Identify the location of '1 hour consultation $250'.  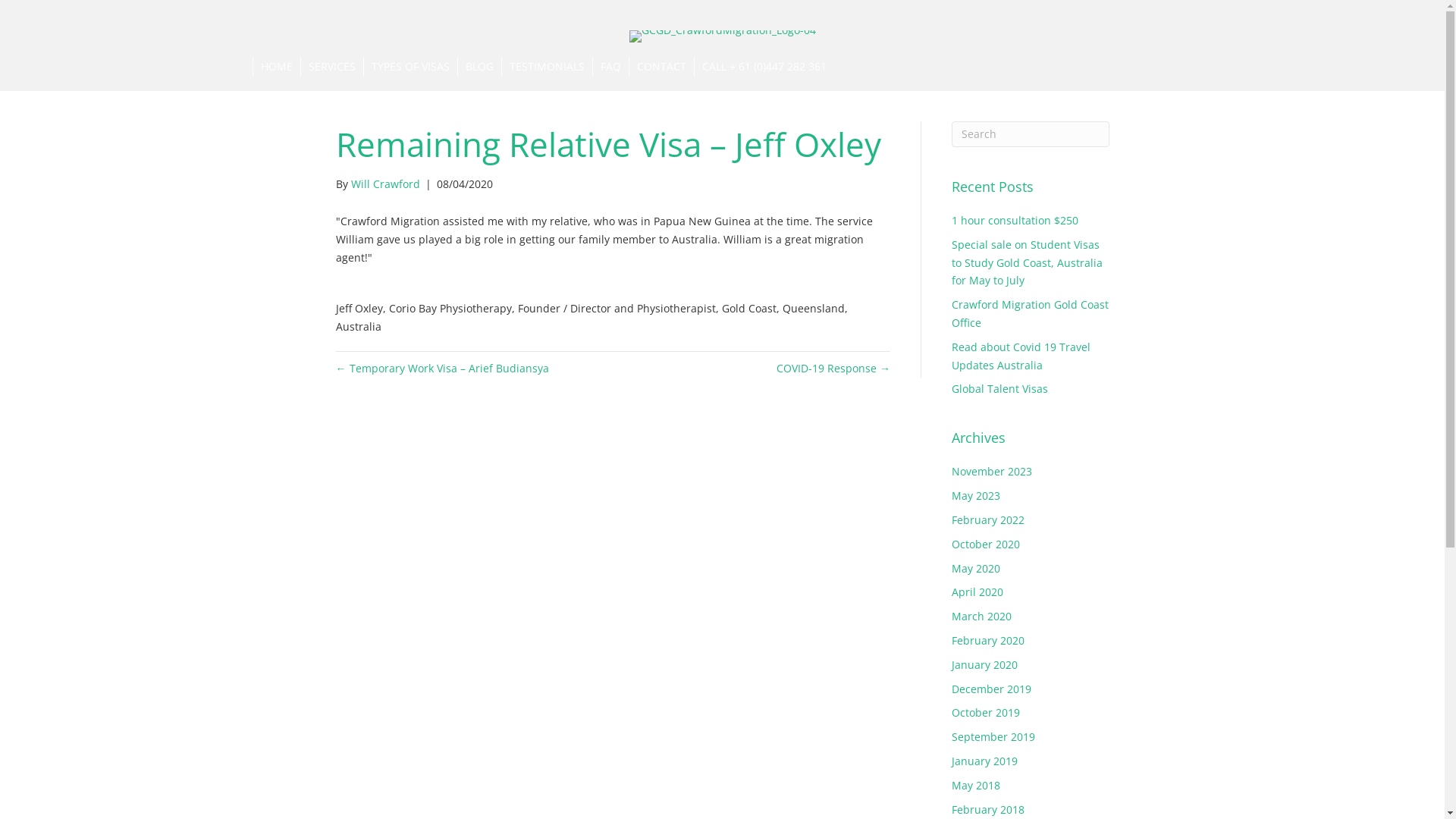
(1015, 220).